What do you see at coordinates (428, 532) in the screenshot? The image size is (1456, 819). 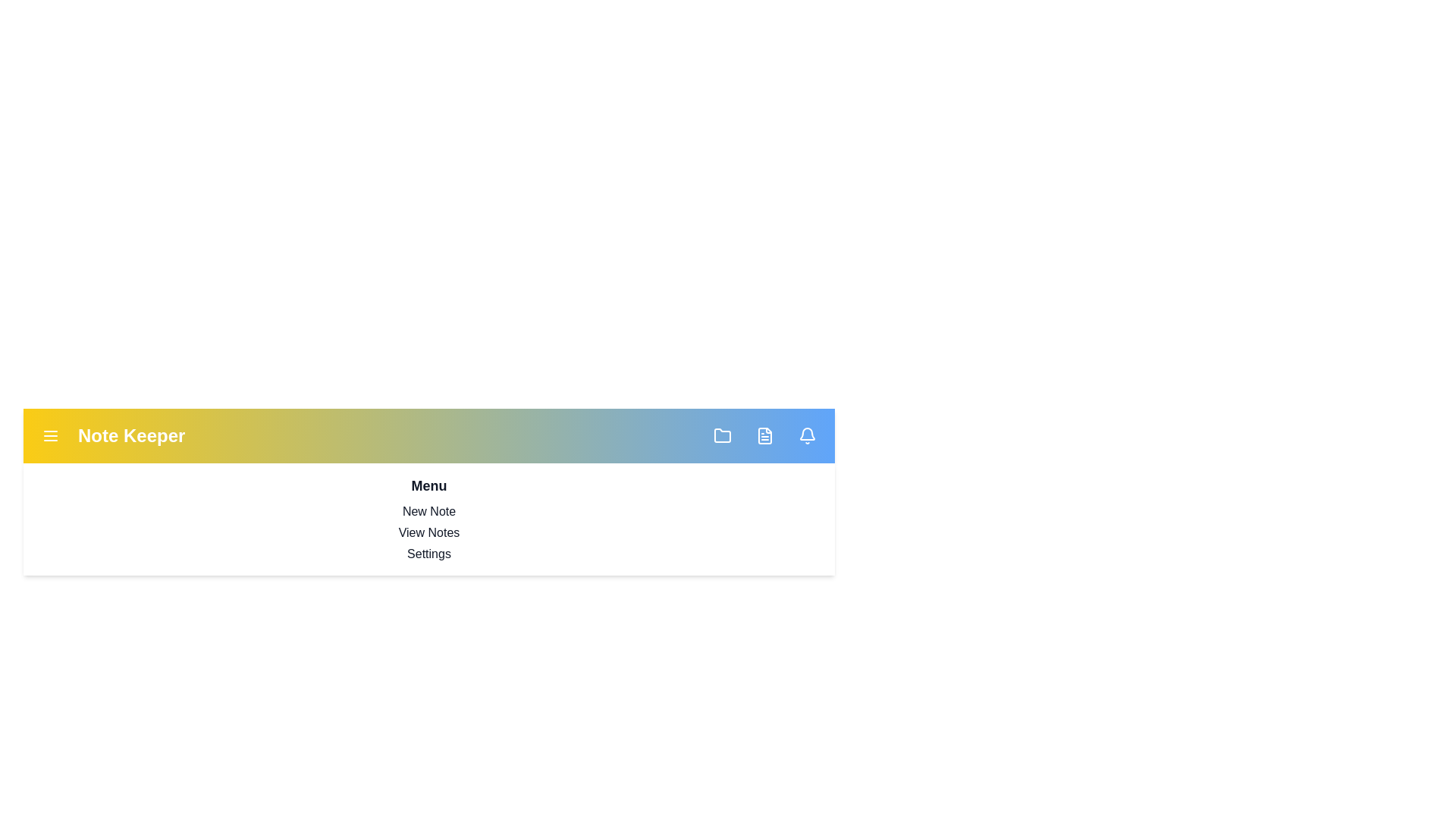 I see `the menu option View Notes from the dropdown menu` at bounding box center [428, 532].